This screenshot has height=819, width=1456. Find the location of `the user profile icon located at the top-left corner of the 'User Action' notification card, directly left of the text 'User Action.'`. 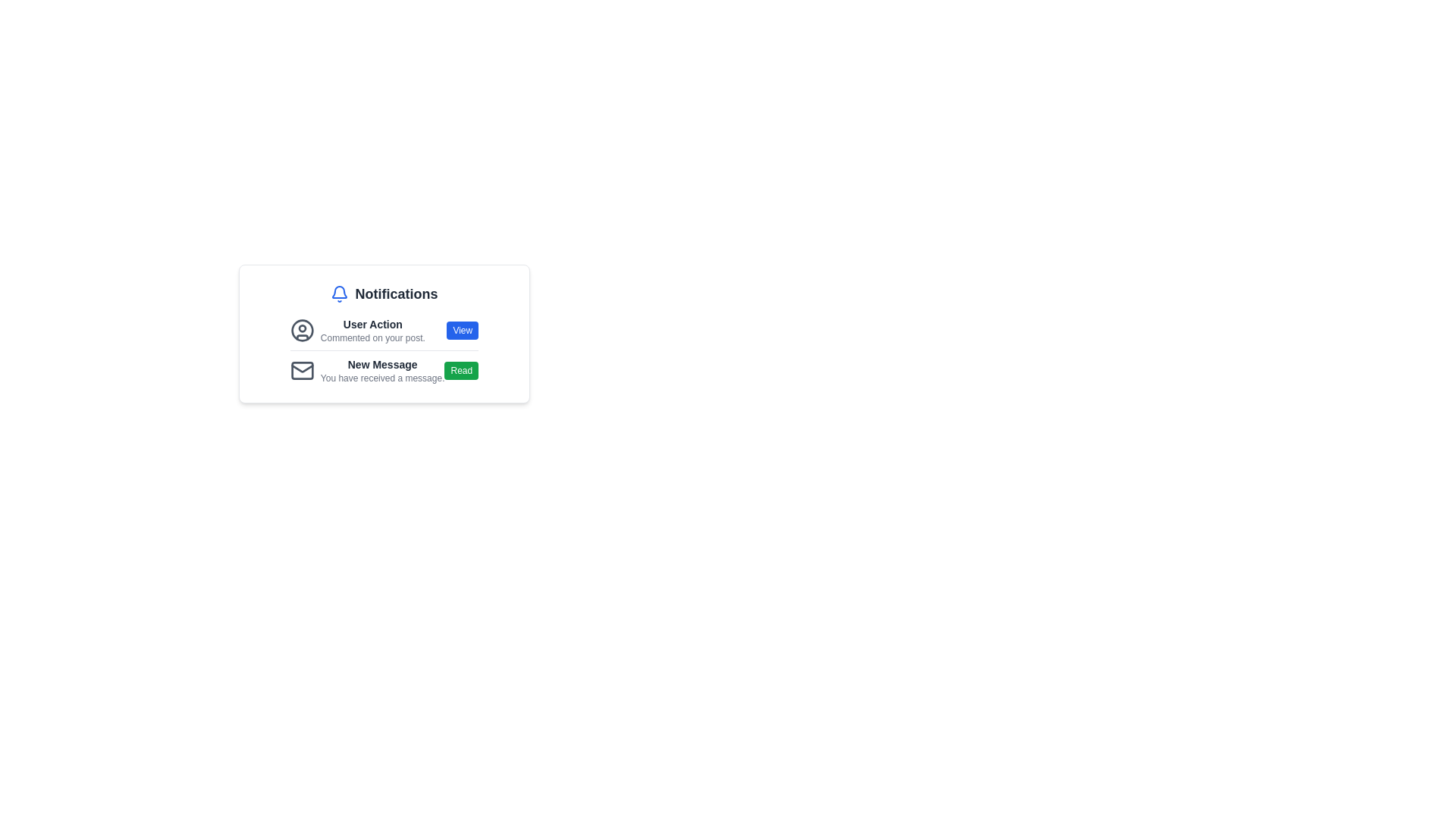

the user profile icon located at the top-left corner of the 'User Action' notification card, directly left of the text 'User Action.' is located at coordinates (302, 329).